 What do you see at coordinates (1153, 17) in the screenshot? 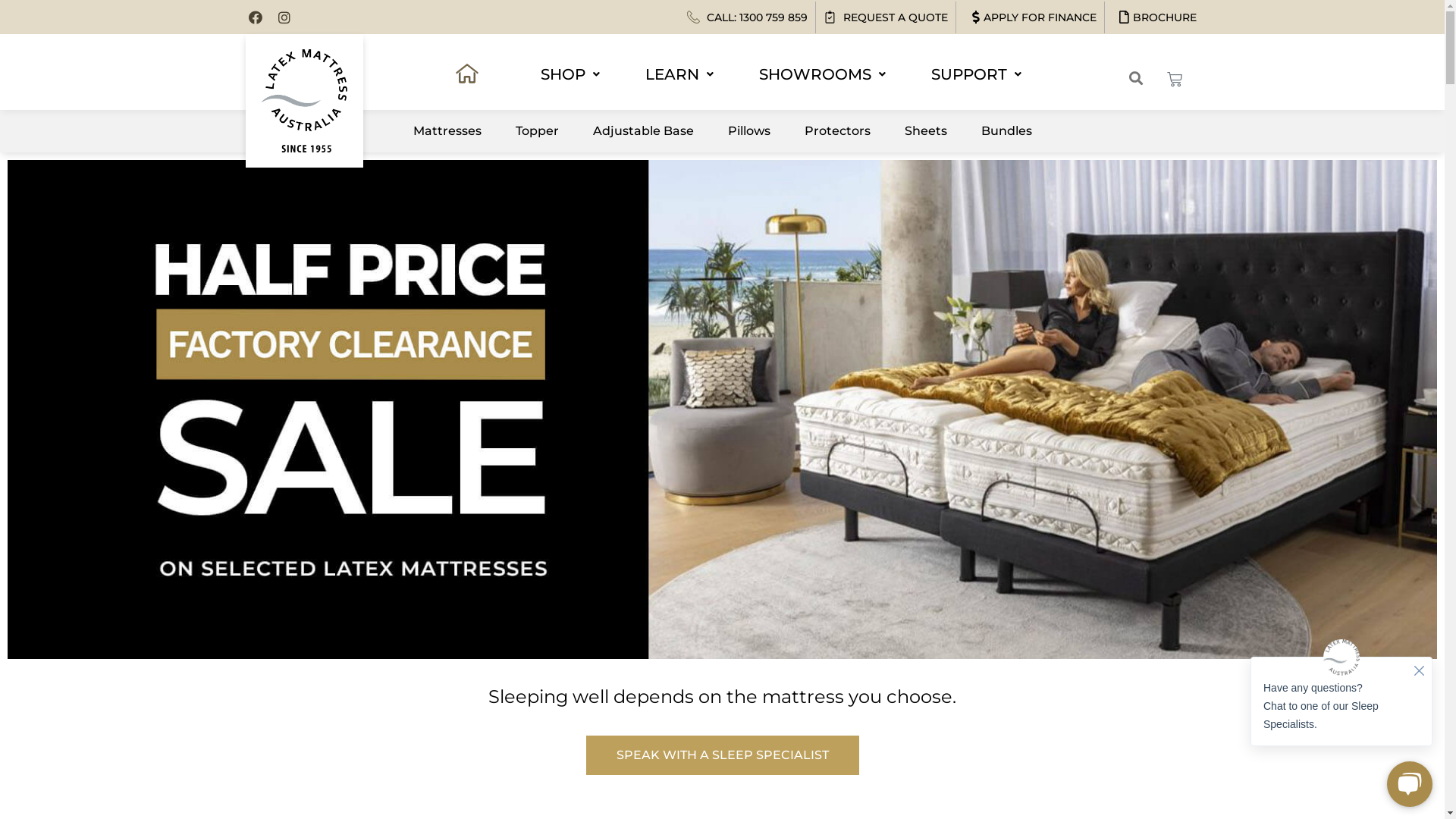
I see `'BROCHURE'` at bounding box center [1153, 17].